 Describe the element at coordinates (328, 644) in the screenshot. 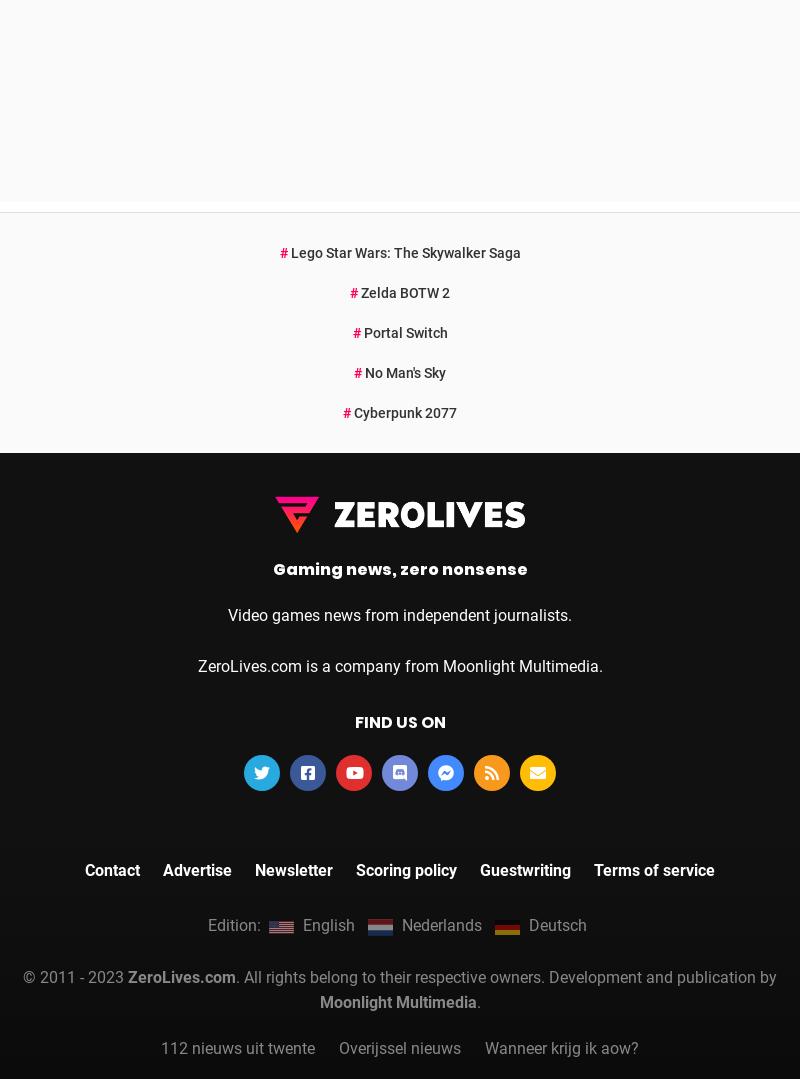

I see `'English'` at that location.